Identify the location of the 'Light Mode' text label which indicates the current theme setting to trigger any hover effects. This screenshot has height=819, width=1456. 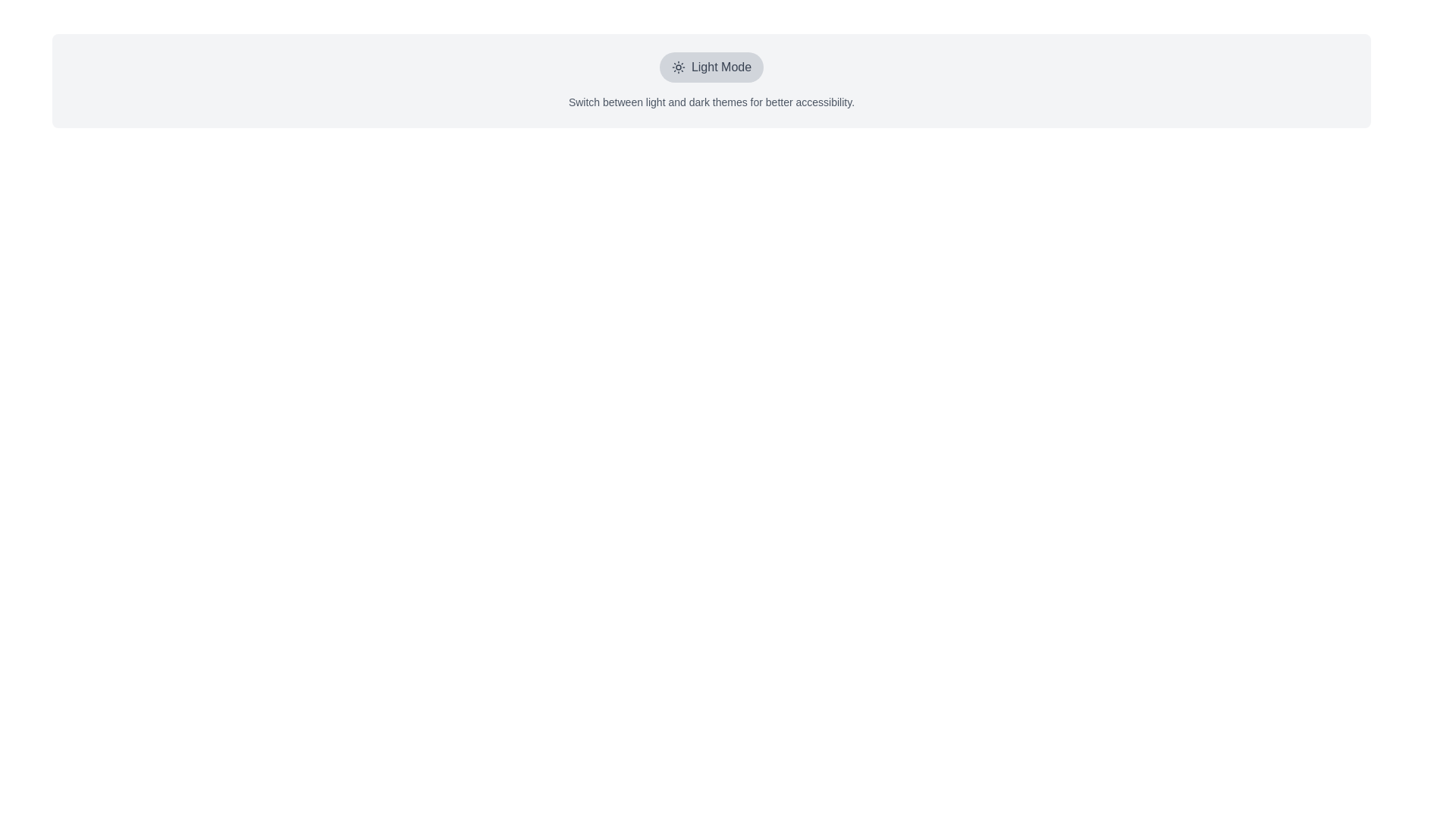
(720, 66).